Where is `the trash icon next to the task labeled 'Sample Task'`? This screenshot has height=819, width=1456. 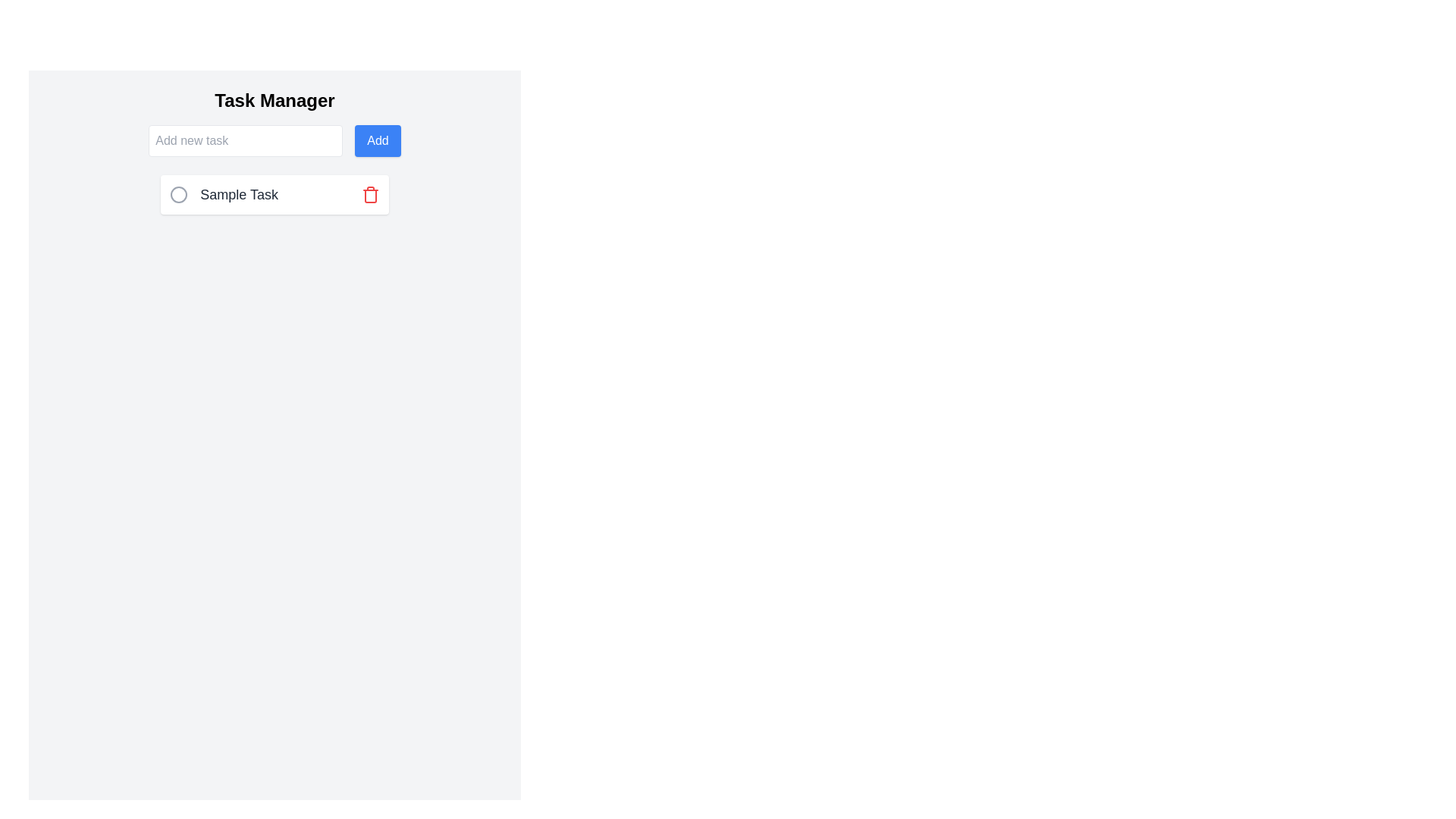 the trash icon next to the task labeled 'Sample Task' is located at coordinates (370, 194).